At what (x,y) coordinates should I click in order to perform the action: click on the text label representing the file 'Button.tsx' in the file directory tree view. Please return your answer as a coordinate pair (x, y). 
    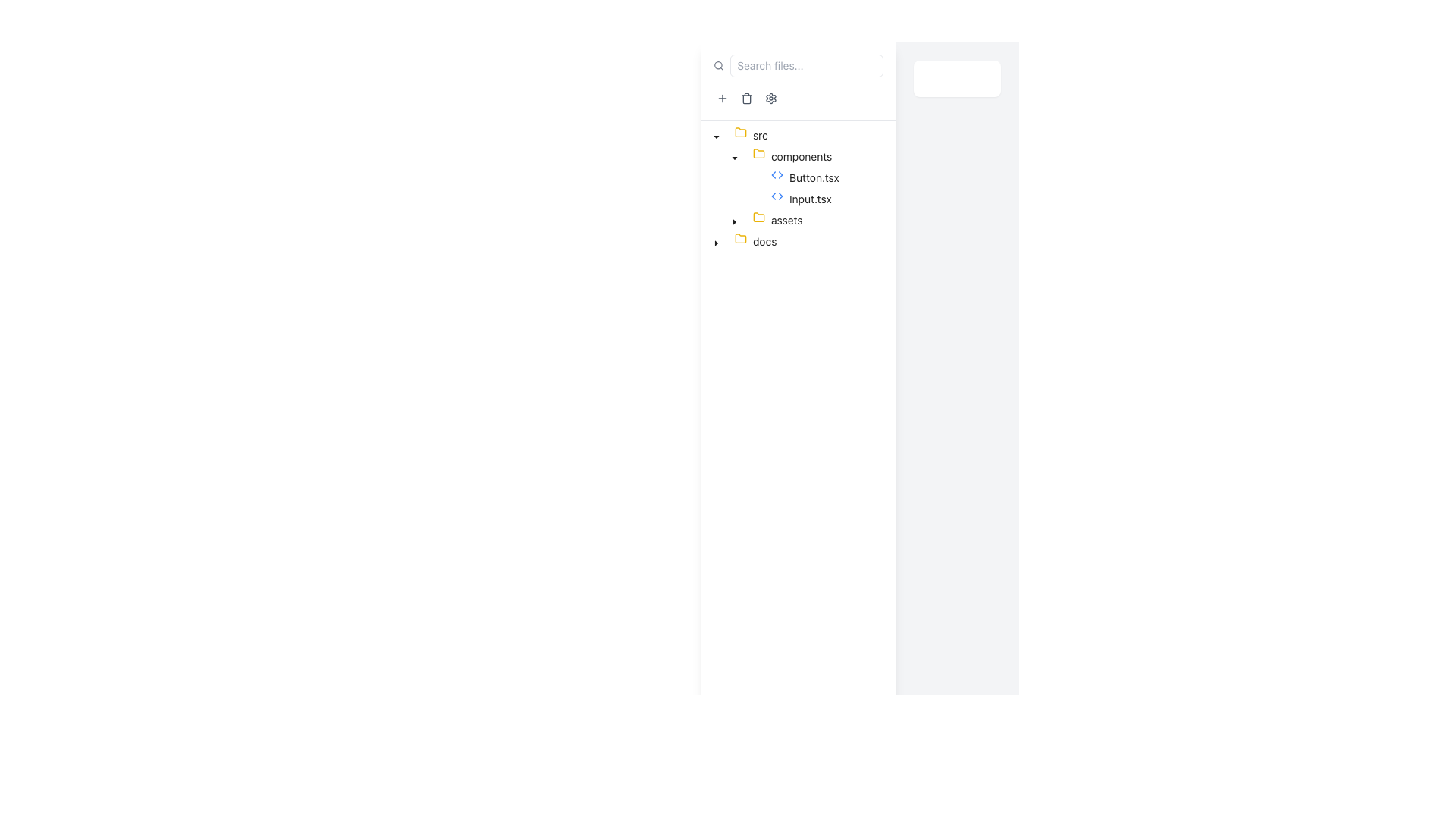
    Looking at the image, I should click on (813, 177).